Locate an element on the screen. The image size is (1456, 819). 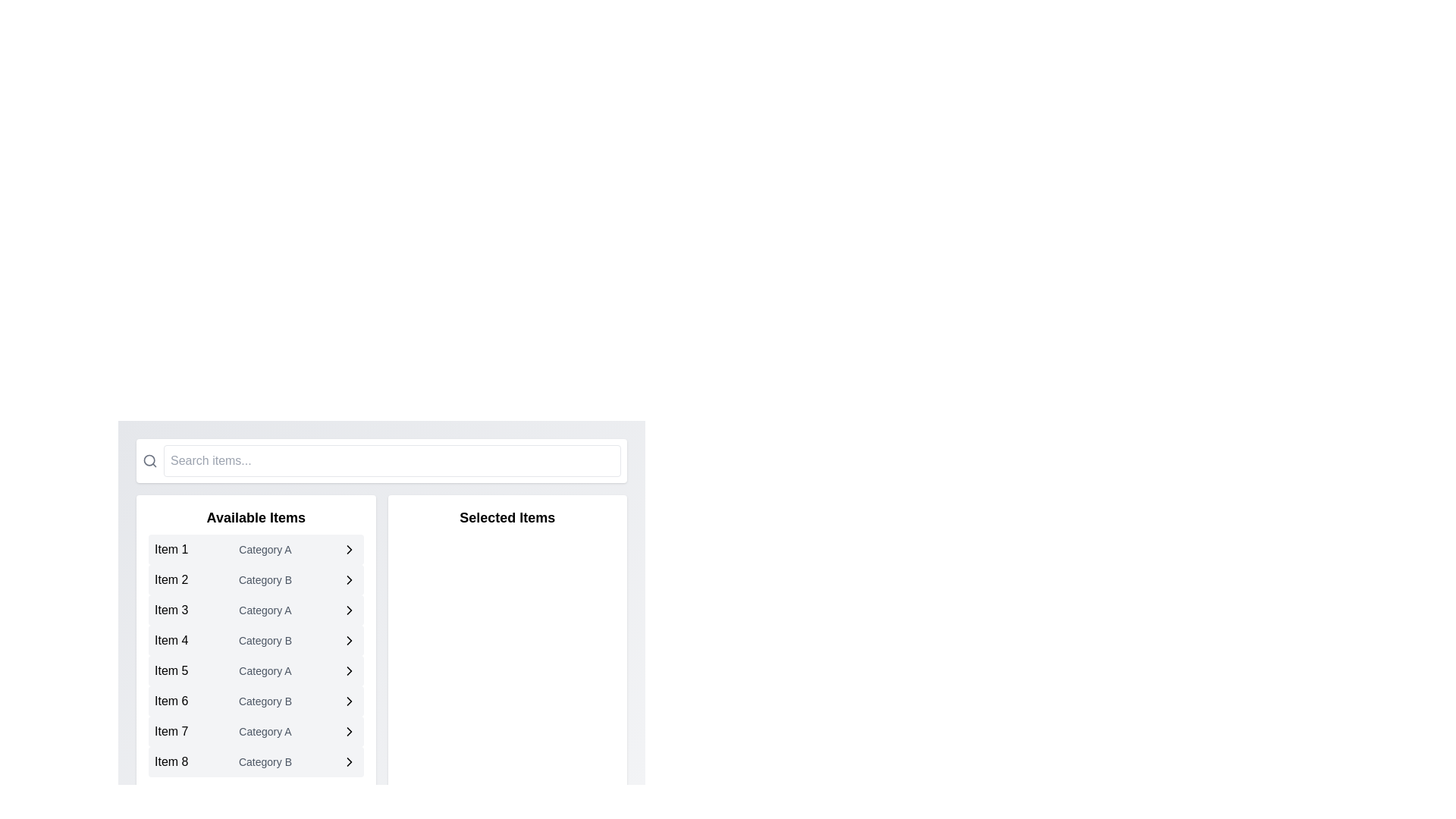
the chevron icon located at the far right of the 'Item 6' list entry is located at coordinates (349, 701).